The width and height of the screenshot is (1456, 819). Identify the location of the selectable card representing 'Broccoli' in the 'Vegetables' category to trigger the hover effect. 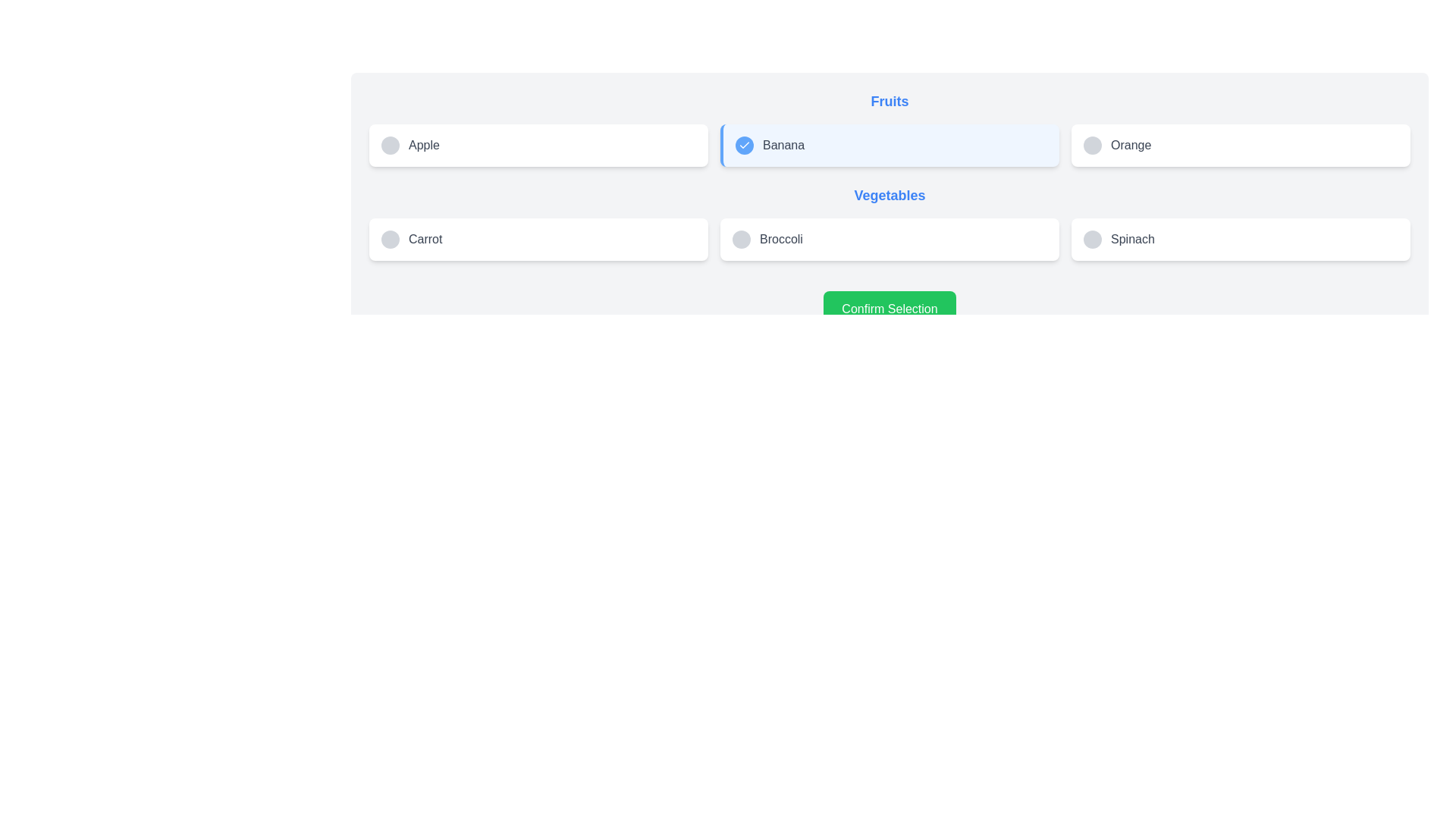
(890, 239).